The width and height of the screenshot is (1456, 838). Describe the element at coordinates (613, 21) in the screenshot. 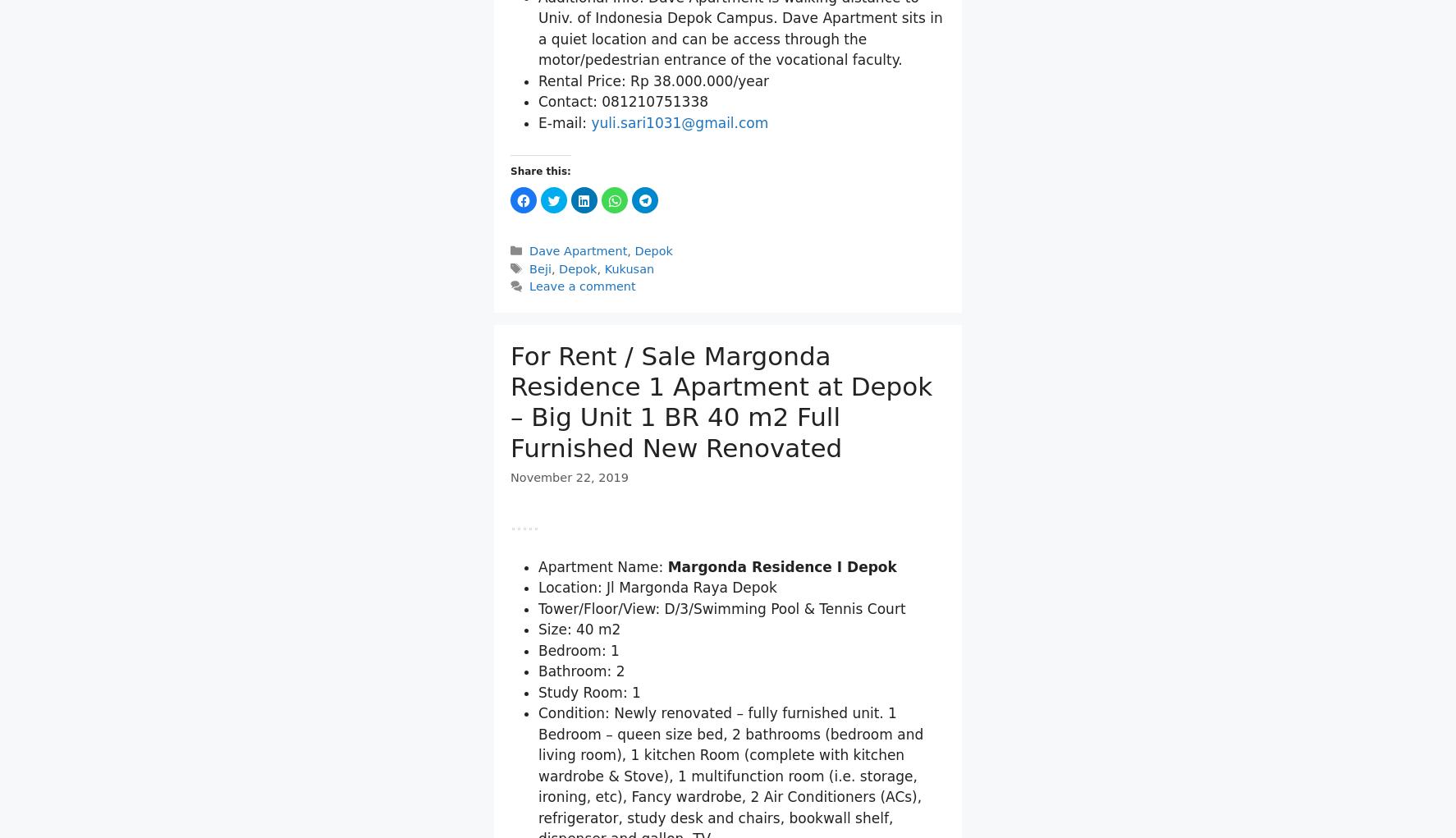

I see `'Meeting room'` at that location.